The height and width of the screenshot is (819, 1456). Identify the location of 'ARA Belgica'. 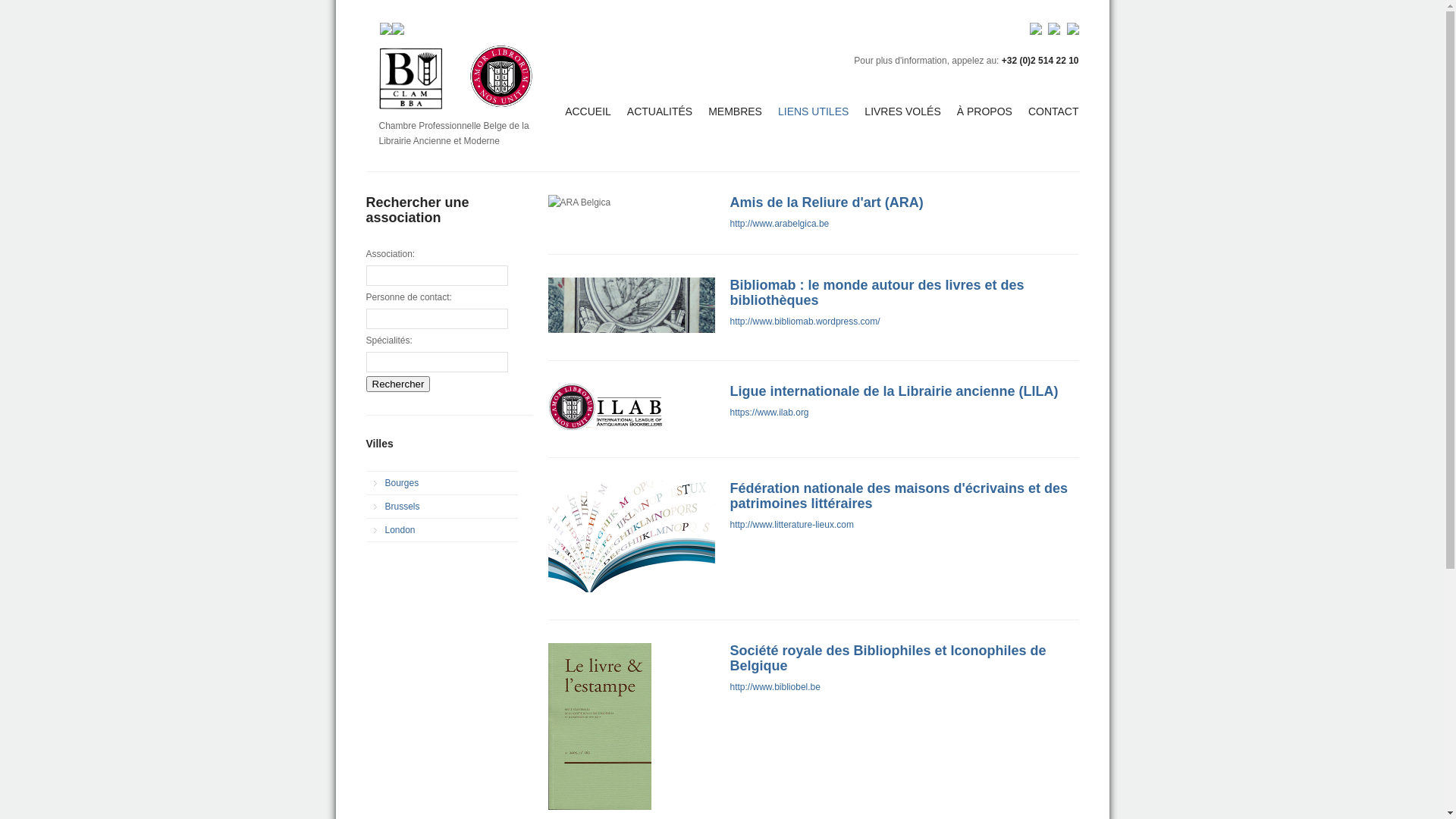
(578, 201).